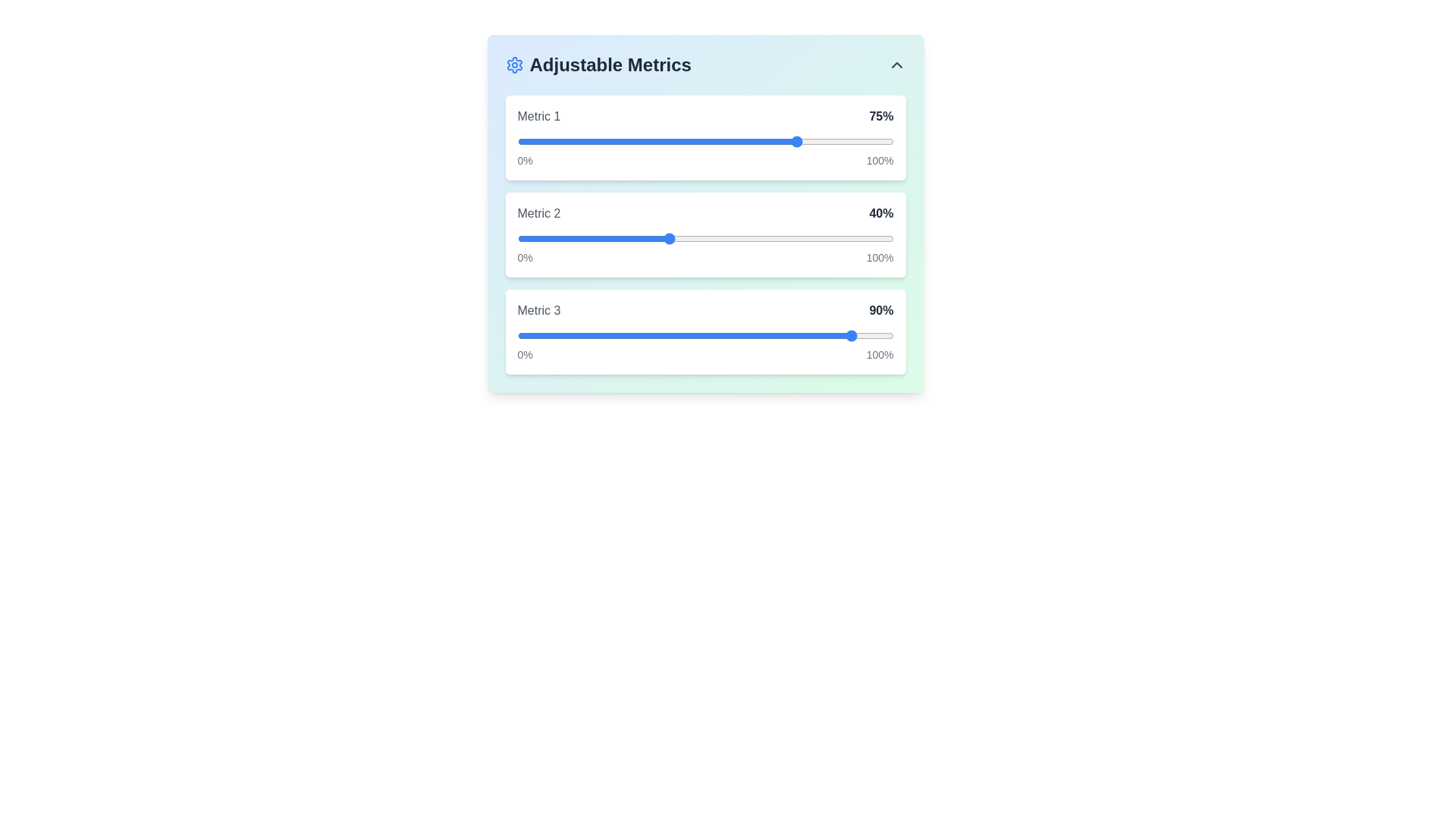  What do you see at coordinates (660, 239) in the screenshot?
I see `the Metric 2 slider` at bounding box center [660, 239].